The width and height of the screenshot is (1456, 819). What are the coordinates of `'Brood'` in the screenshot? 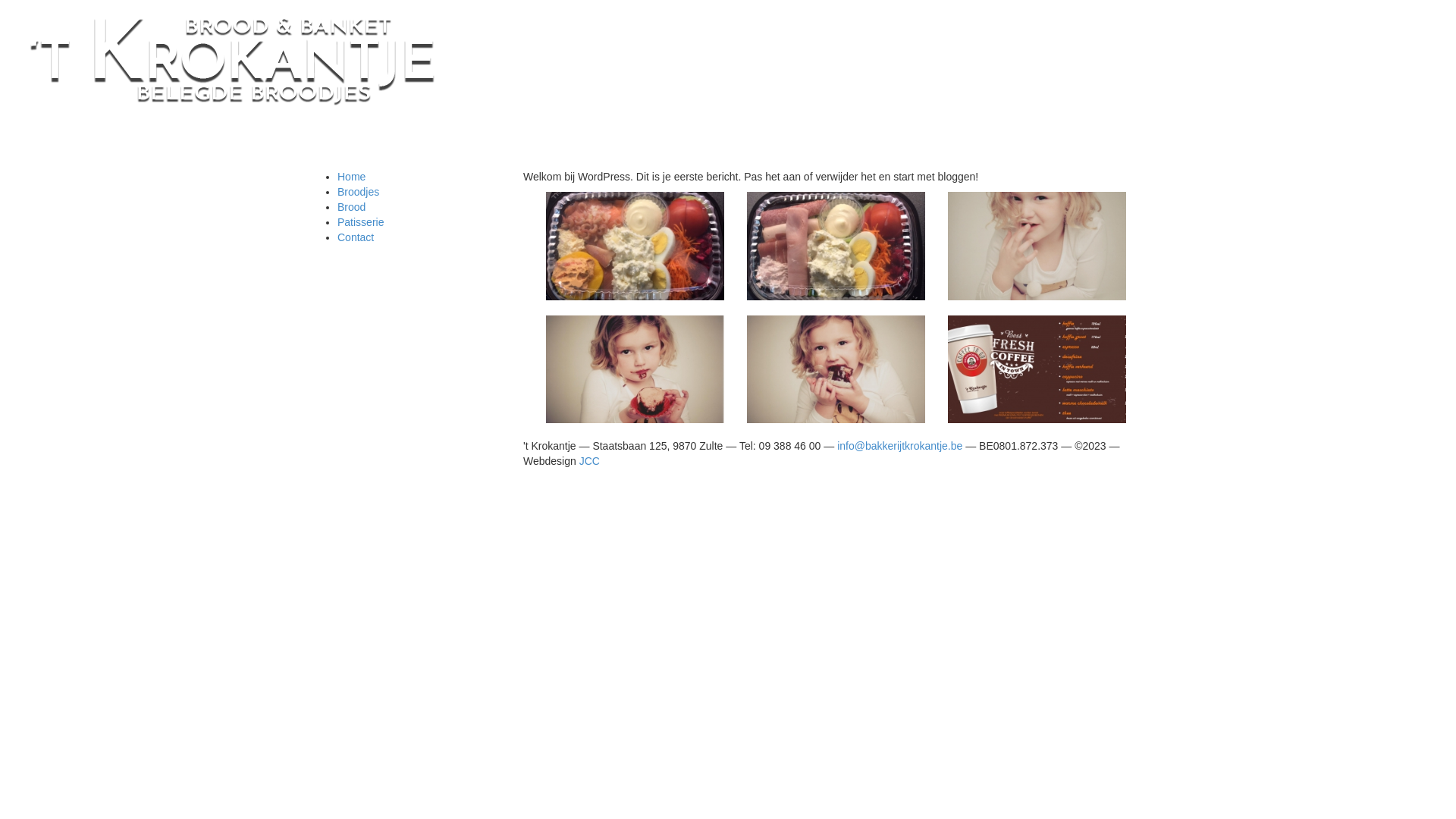 It's located at (350, 207).